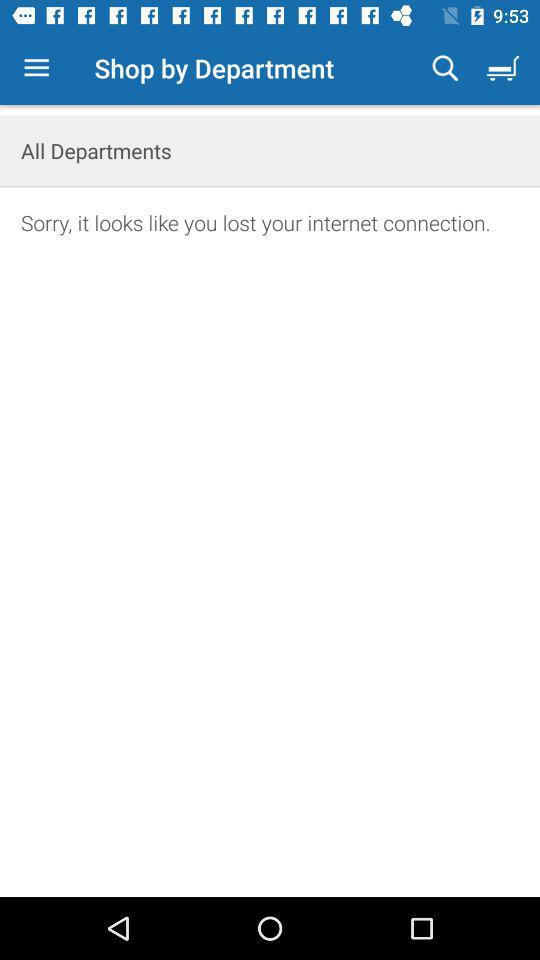  What do you see at coordinates (445, 68) in the screenshot?
I see `the icon next to the shop by department icon` at bounding box center [445, 68].